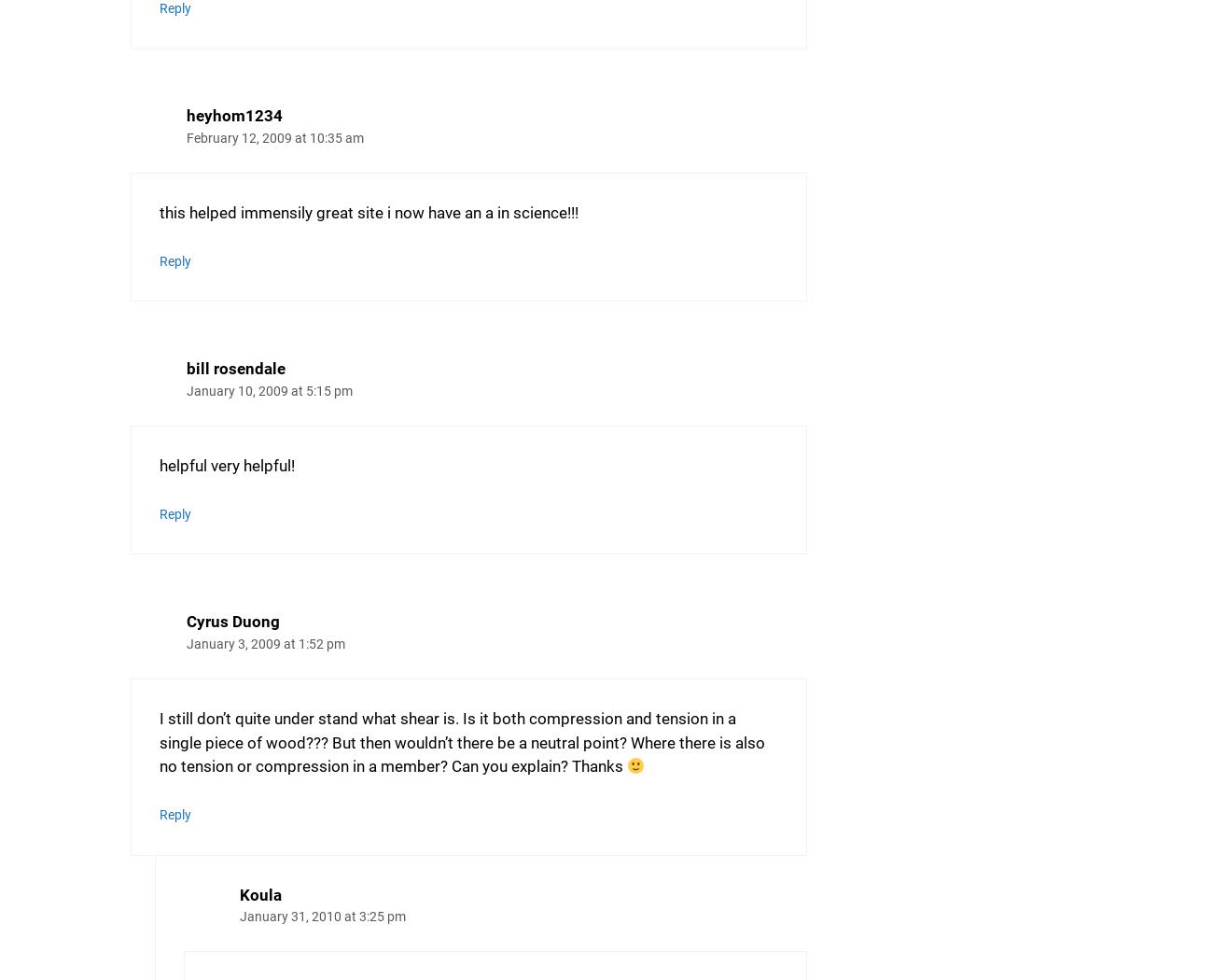 This screenshot has height=980, width=1213. I want to click on 'February 12, 2009 at 10:35 am', so click(274, 136).